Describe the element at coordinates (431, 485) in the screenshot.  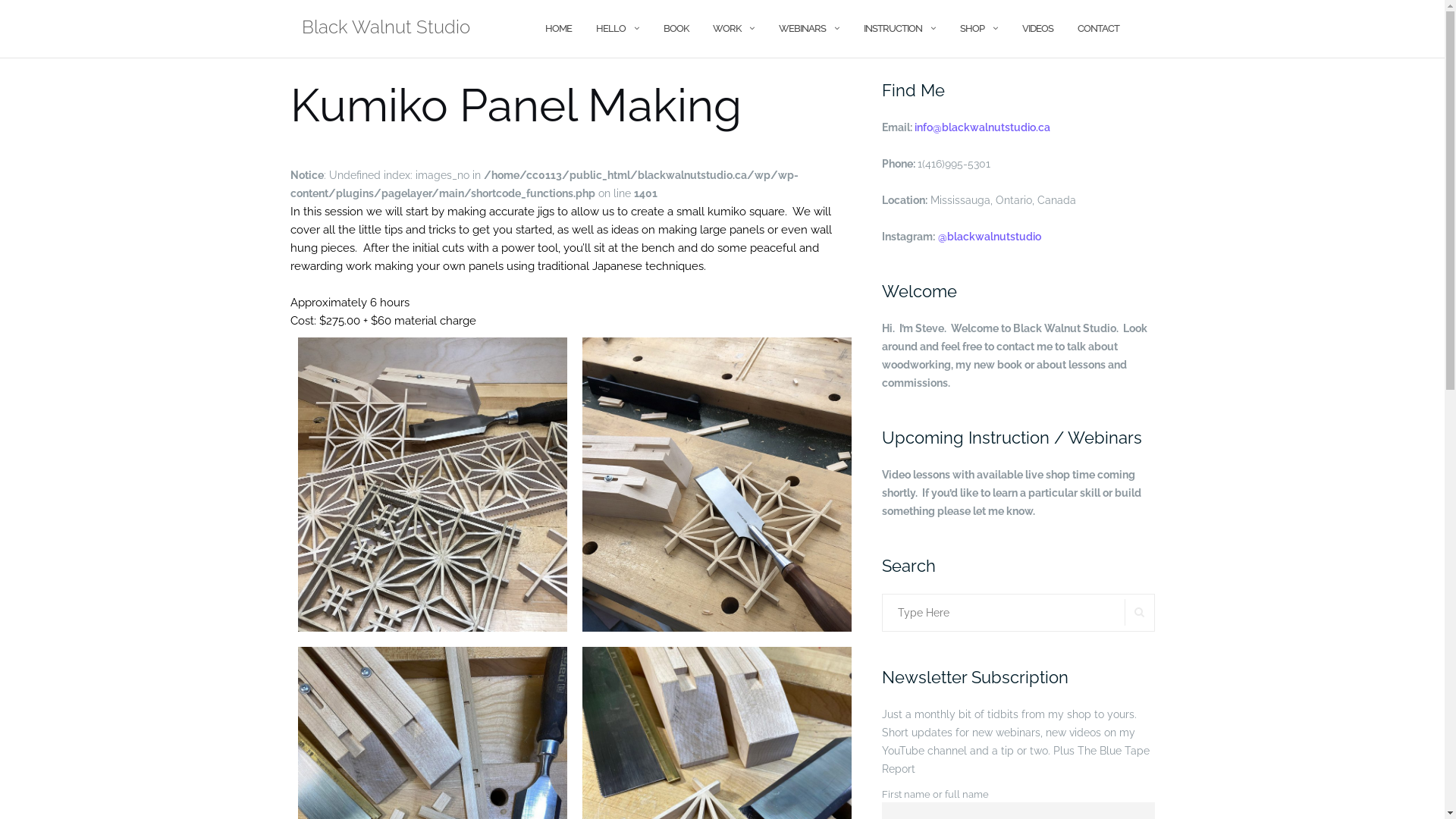
I see `'kumiko lead'` at that location.